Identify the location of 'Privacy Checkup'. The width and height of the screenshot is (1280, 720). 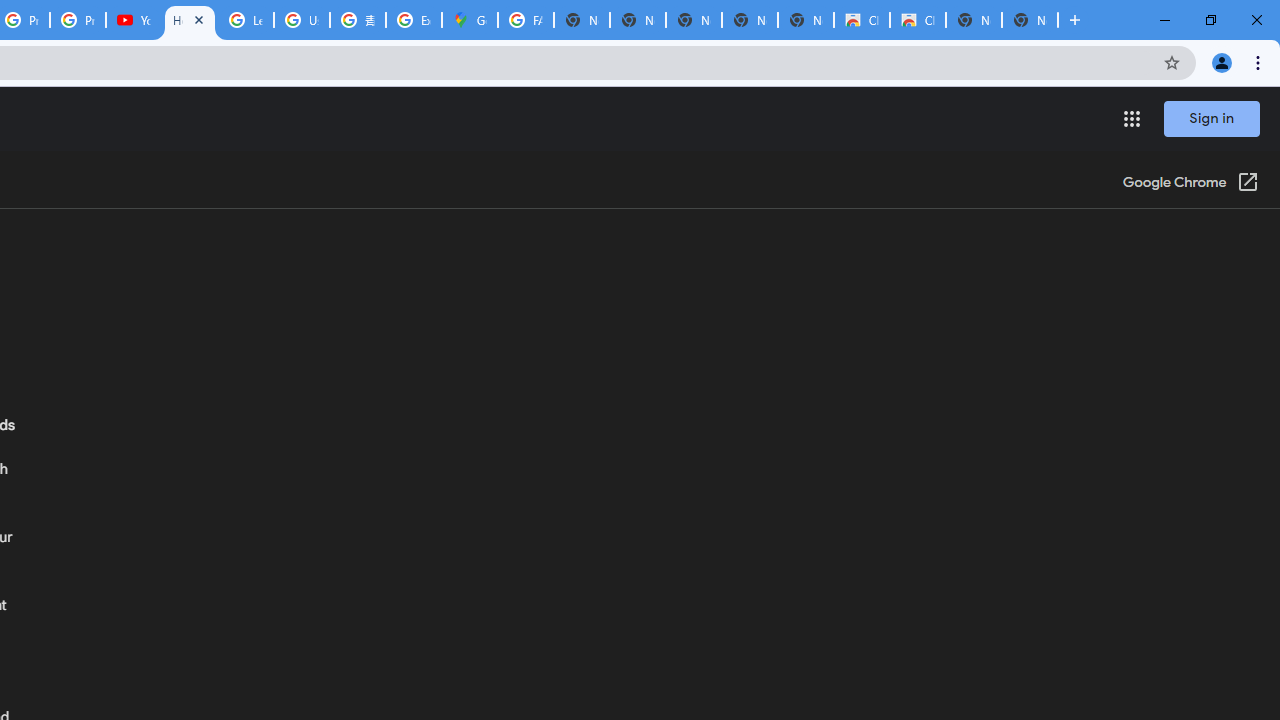
(78, 20).